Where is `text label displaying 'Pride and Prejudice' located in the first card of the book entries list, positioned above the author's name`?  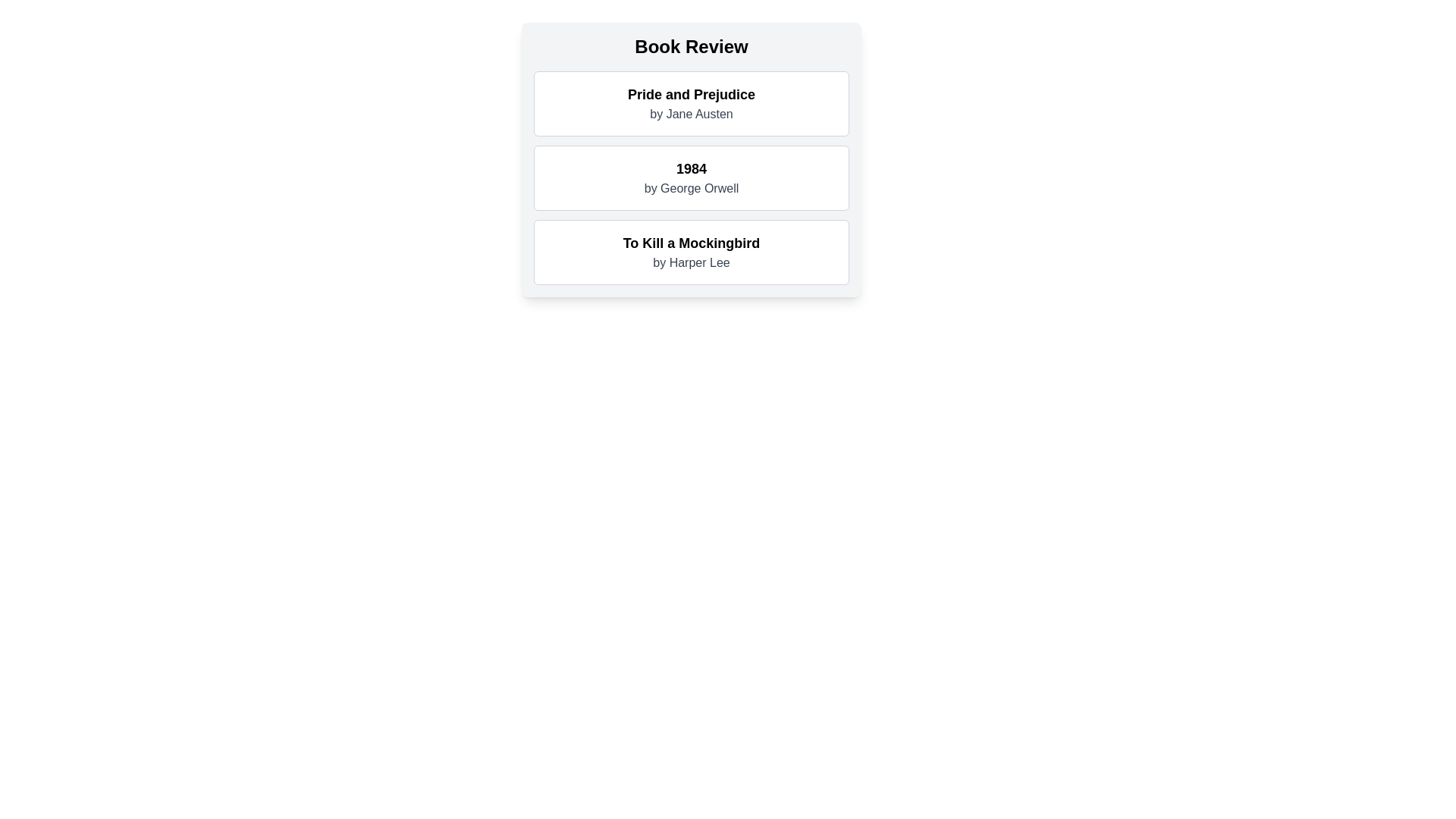 text label displaying 'Pride and Prejudice' located in the first card of the book entries list, positioned above the author's name is located at coordinates (691, 94).